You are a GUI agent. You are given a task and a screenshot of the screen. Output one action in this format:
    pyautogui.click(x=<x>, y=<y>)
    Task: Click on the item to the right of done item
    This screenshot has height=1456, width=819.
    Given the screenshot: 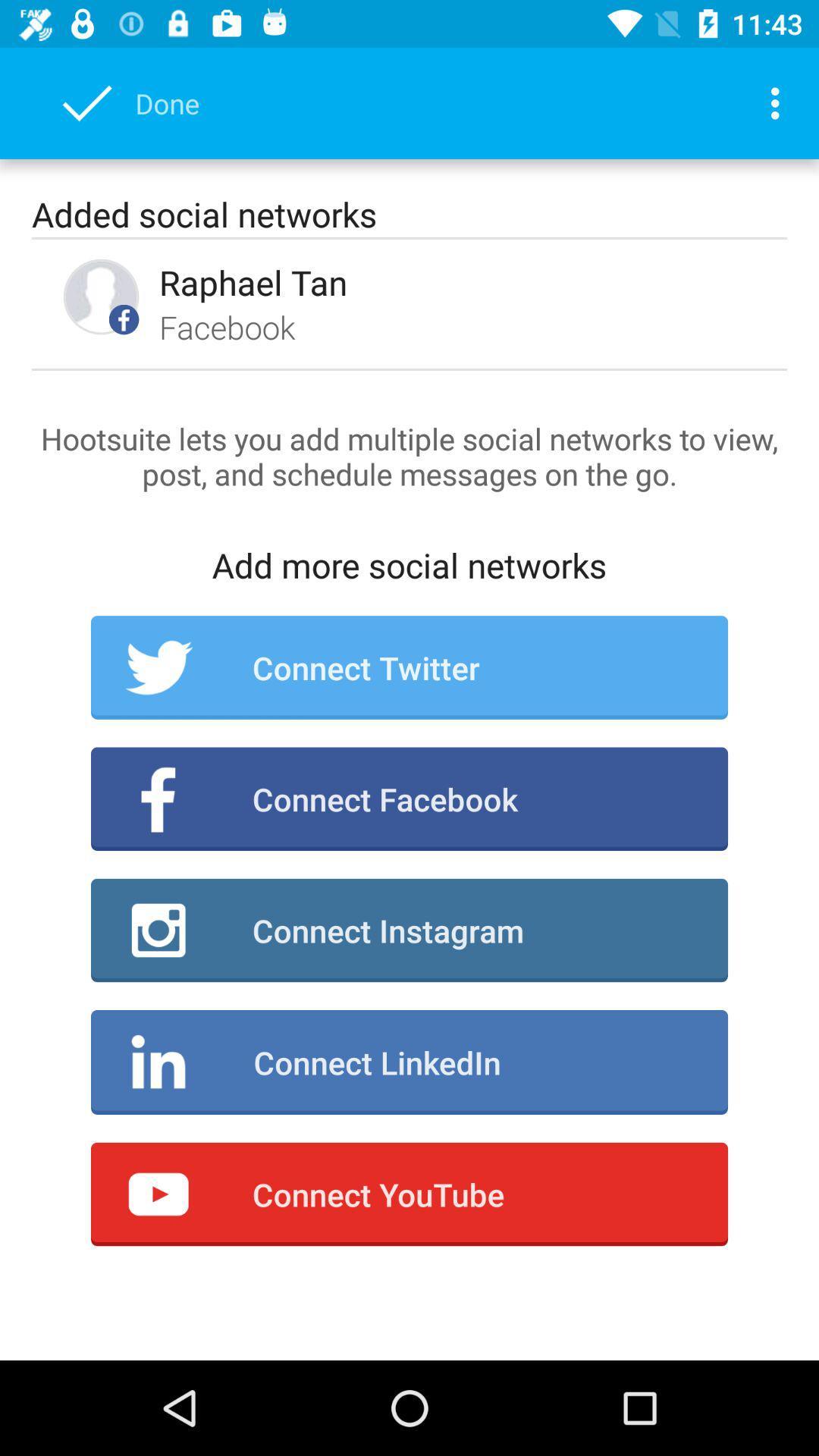 What is the action you would take?
    pyautogui.click(x=779, y=102)
    